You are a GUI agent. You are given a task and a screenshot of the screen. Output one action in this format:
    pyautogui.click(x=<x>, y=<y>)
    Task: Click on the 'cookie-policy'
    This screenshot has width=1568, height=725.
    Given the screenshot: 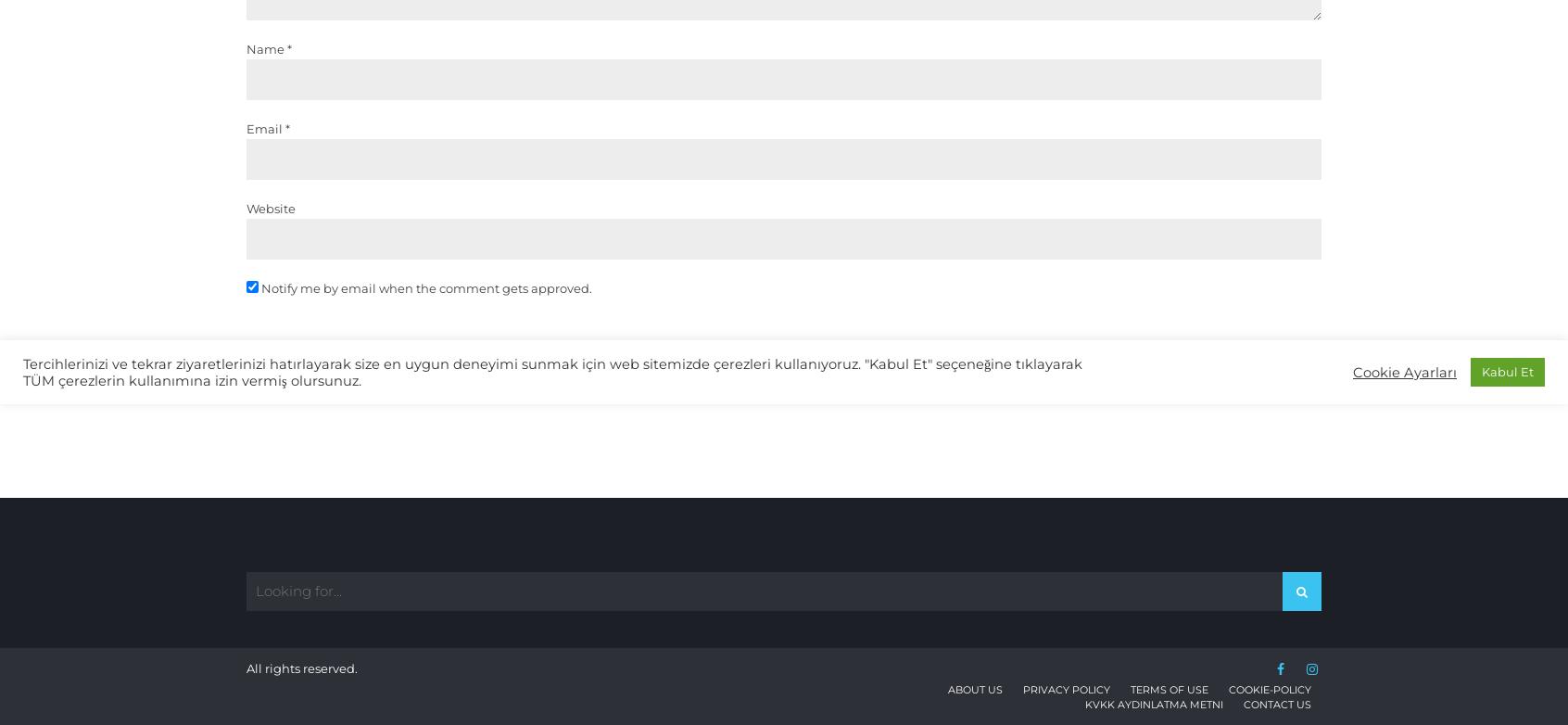 What is the action you would take?
    pyautogui.click(x=1270, y=688)
    